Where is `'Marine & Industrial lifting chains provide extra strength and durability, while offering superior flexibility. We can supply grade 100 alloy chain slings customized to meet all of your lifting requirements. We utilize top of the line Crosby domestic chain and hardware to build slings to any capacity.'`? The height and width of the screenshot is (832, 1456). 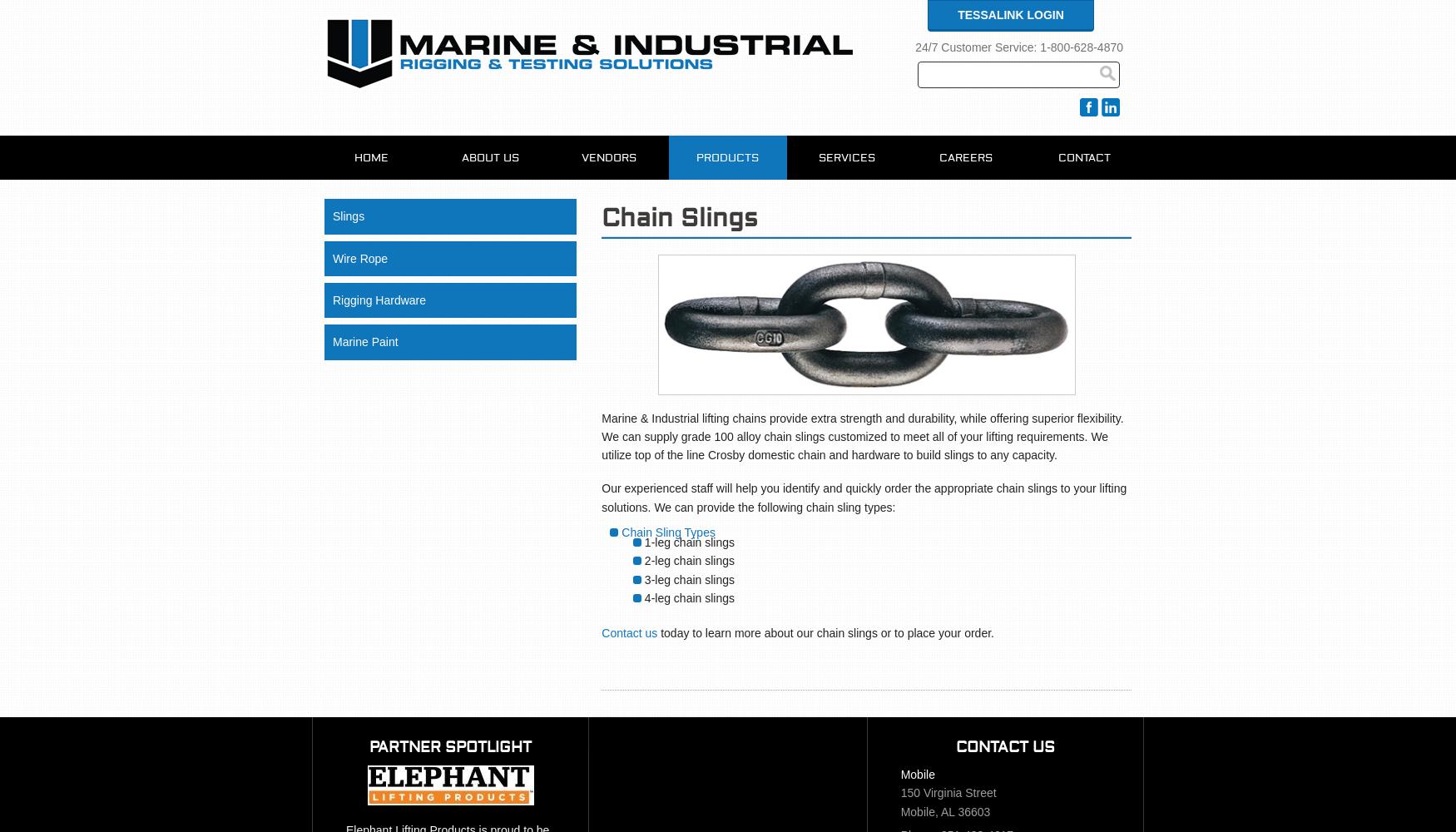 'Marine & Industrial lifting chains provide extra strength and durability, while offering superior flexibility. We can supply grade 100 alloy chain slings customized to meet all of your lifting requirements. We utilize top of the line Crosby domestic chain and hardware to build slings to any capacity.' is located at coordinates (861, 436).